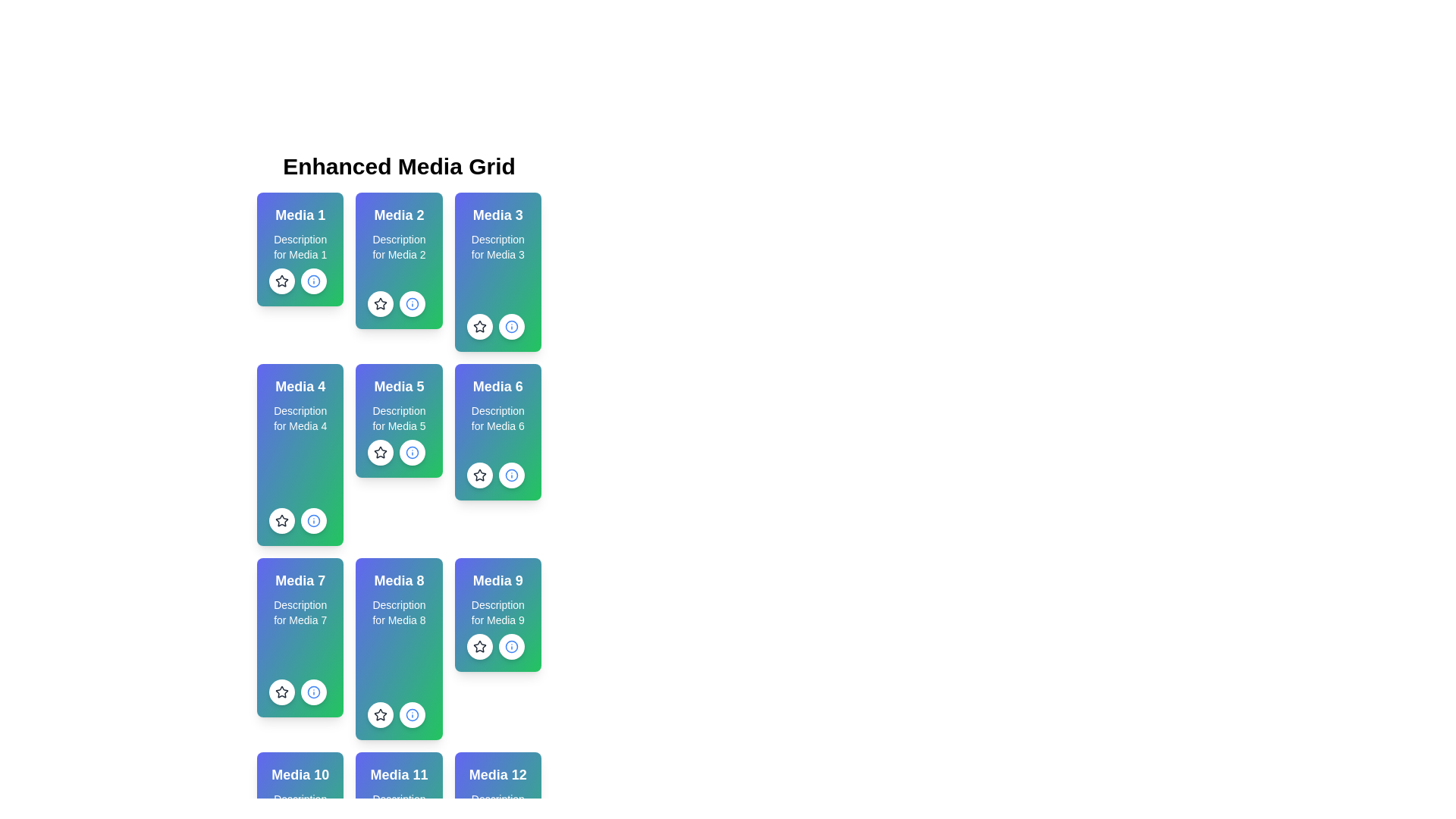  What do you see at coordinates (413, 304) in the screenshot?
I see `the Information Icon located at the bottom-right of the 'Media 5' card, which provides an informational link` at bounding box center [413, 304].